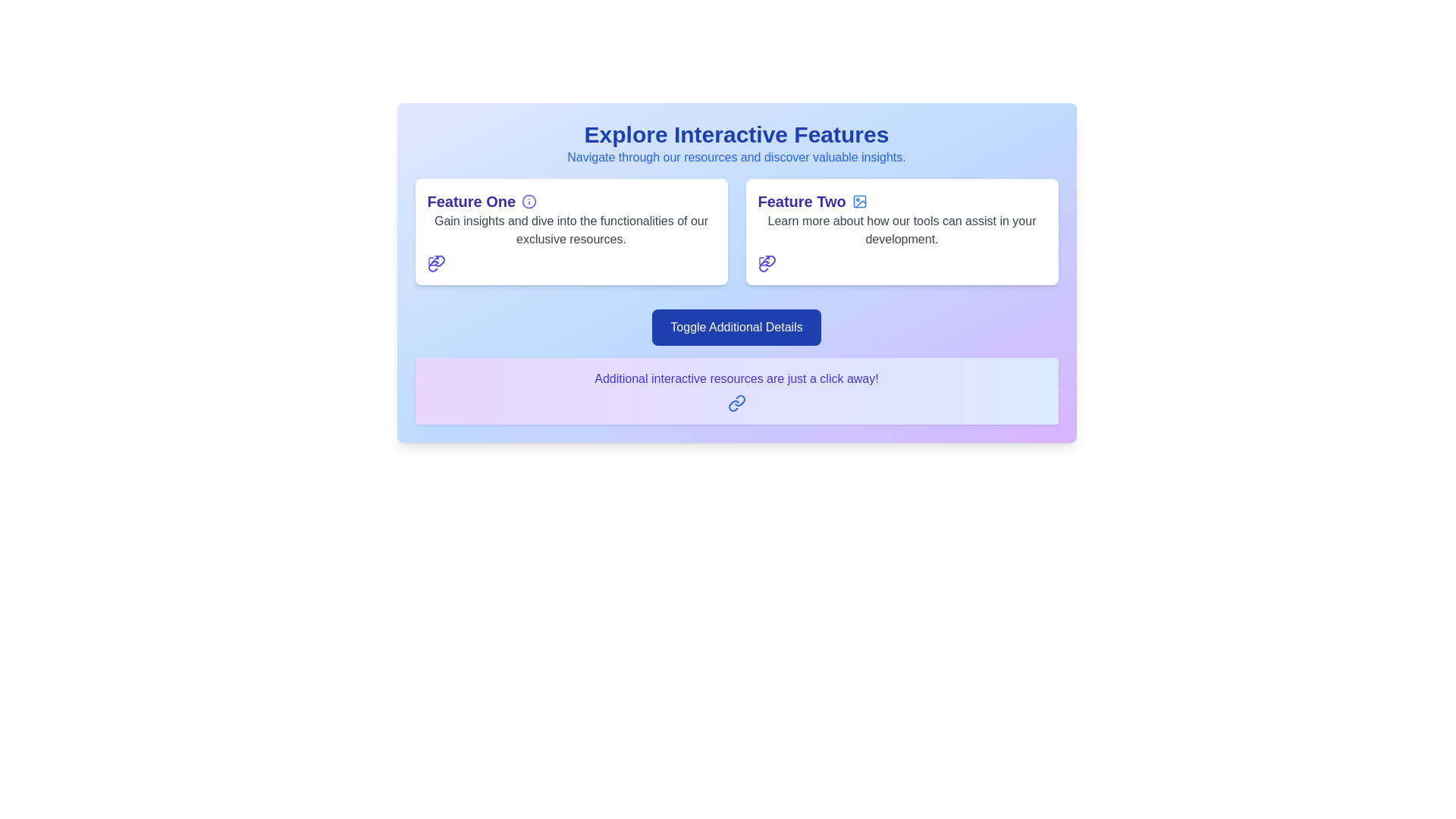  What do you see at coordinates (736, 231) in the screenshot?
I see `the central Grid Layout containing Panels that presents 'Feature One' and 'Feature Two'` at bounding box center [736, 231].